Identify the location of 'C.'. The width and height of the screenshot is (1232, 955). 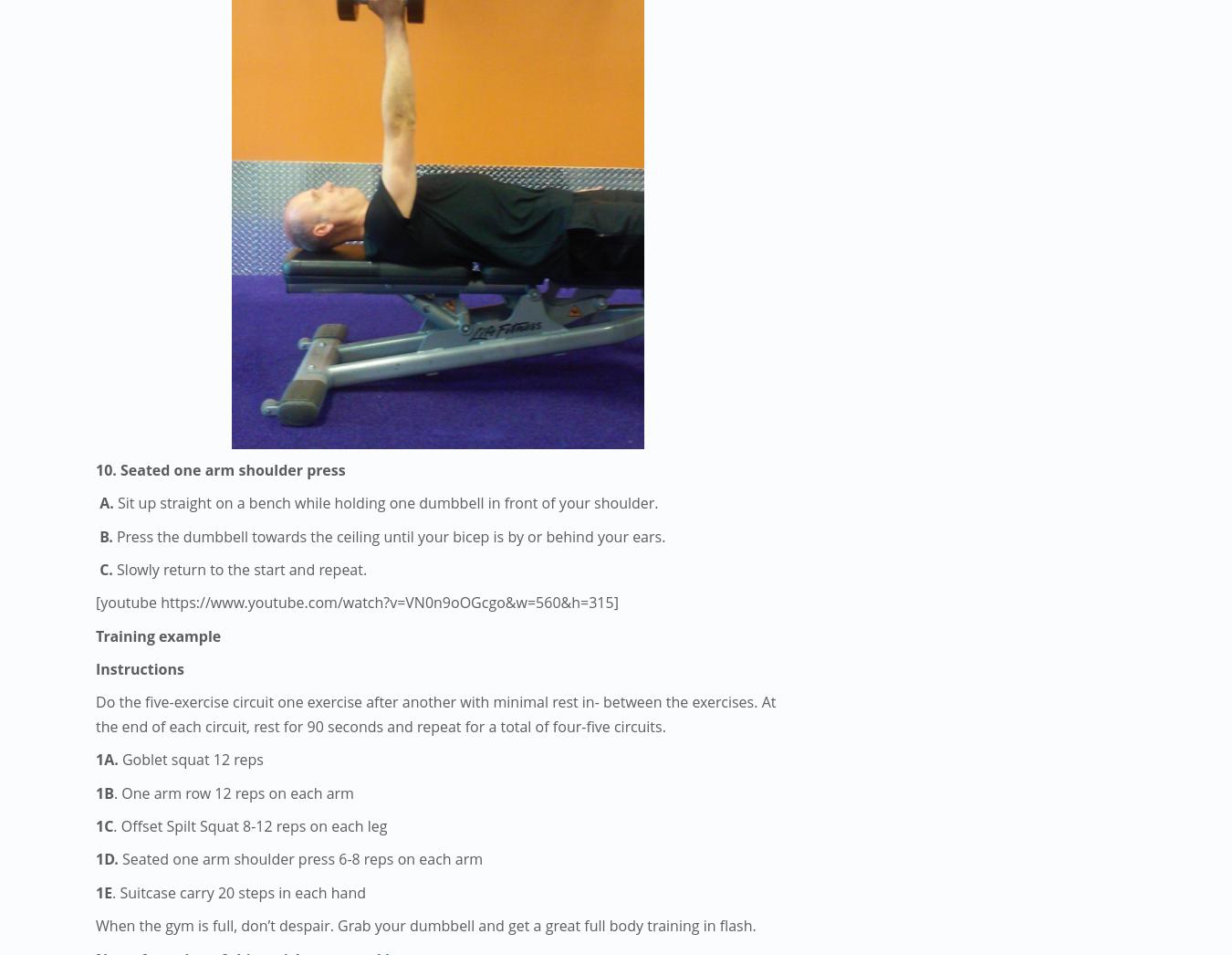
(106, 568).